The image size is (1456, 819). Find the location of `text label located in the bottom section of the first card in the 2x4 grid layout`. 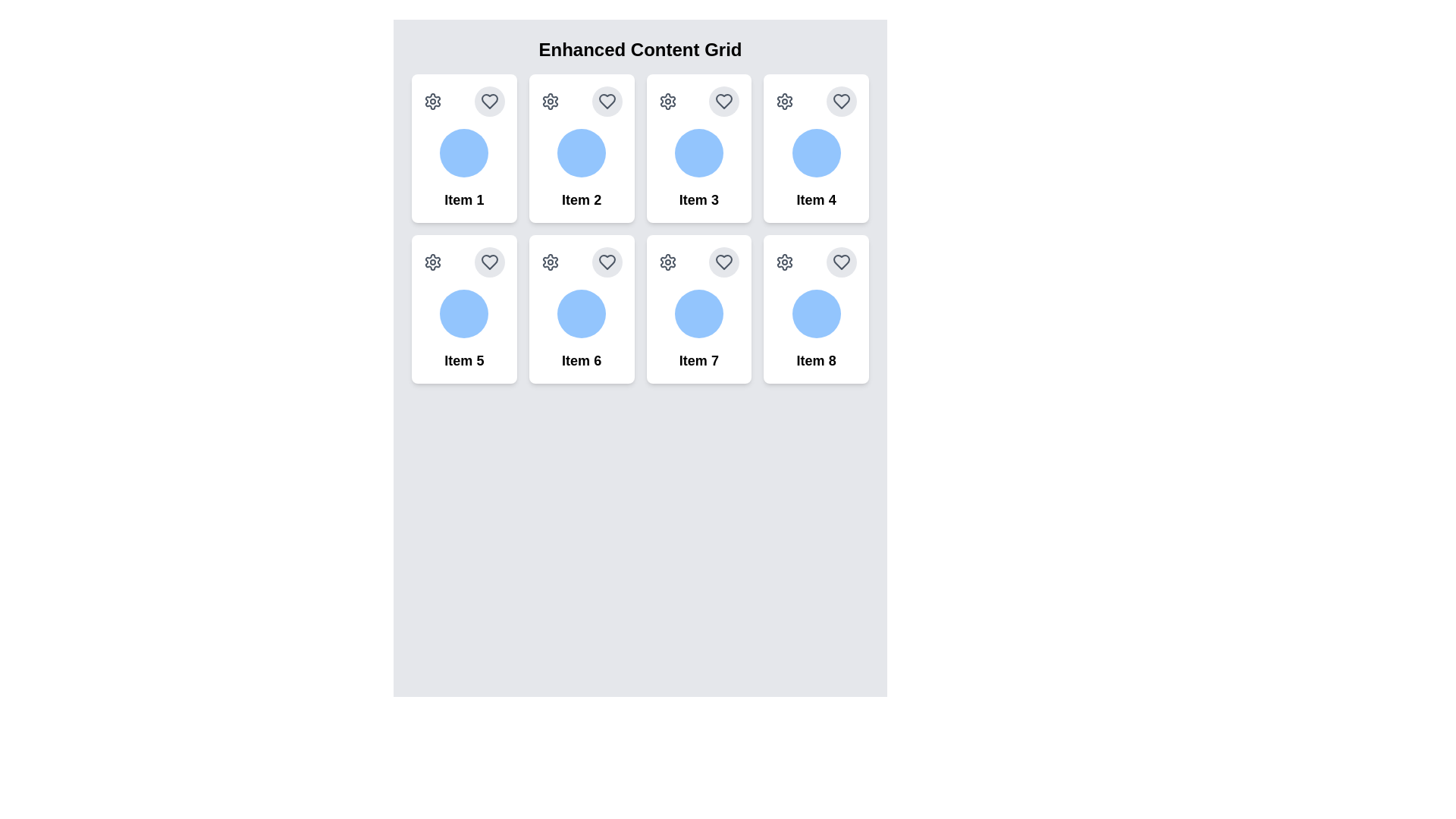

text label located in the bottom section of the first card in the 2x4 grid layout is located at coordinates (463, 199).